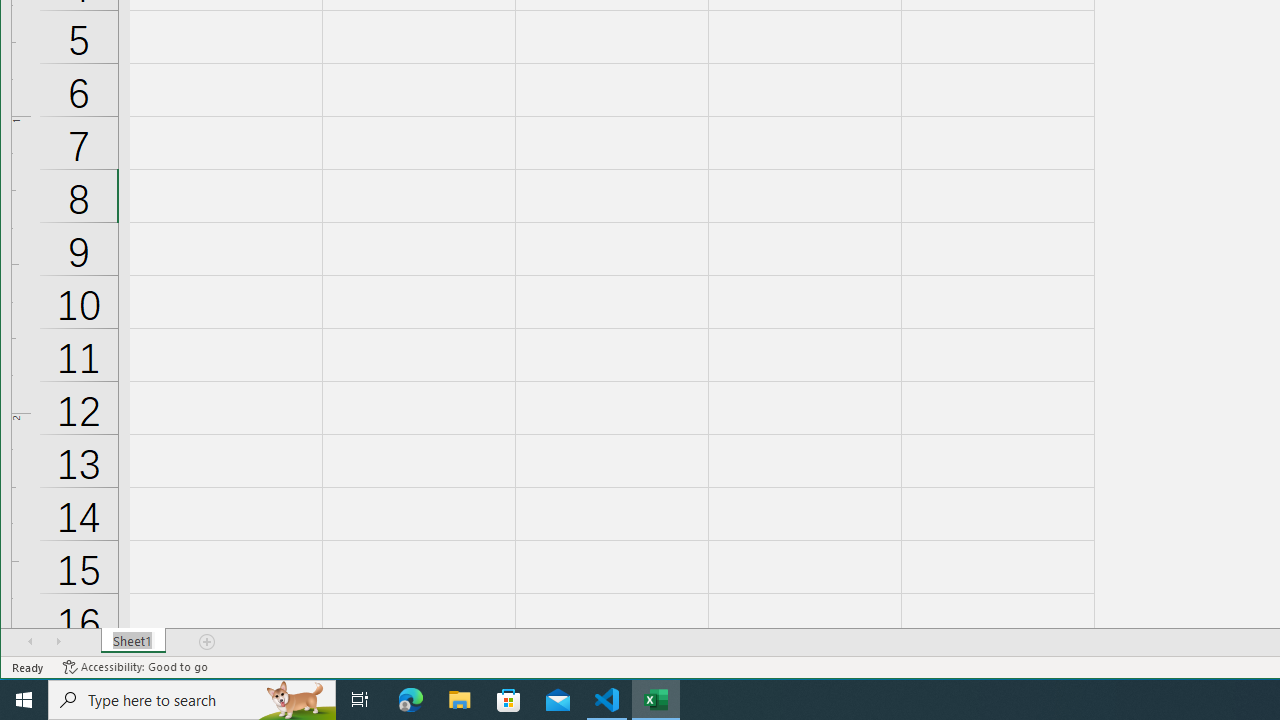 Image resolution: width=1280 pixels, height=720 pixels. Describe the element at coordinates (359, 698) in the screenshot. I see `'Task View'` at that location.